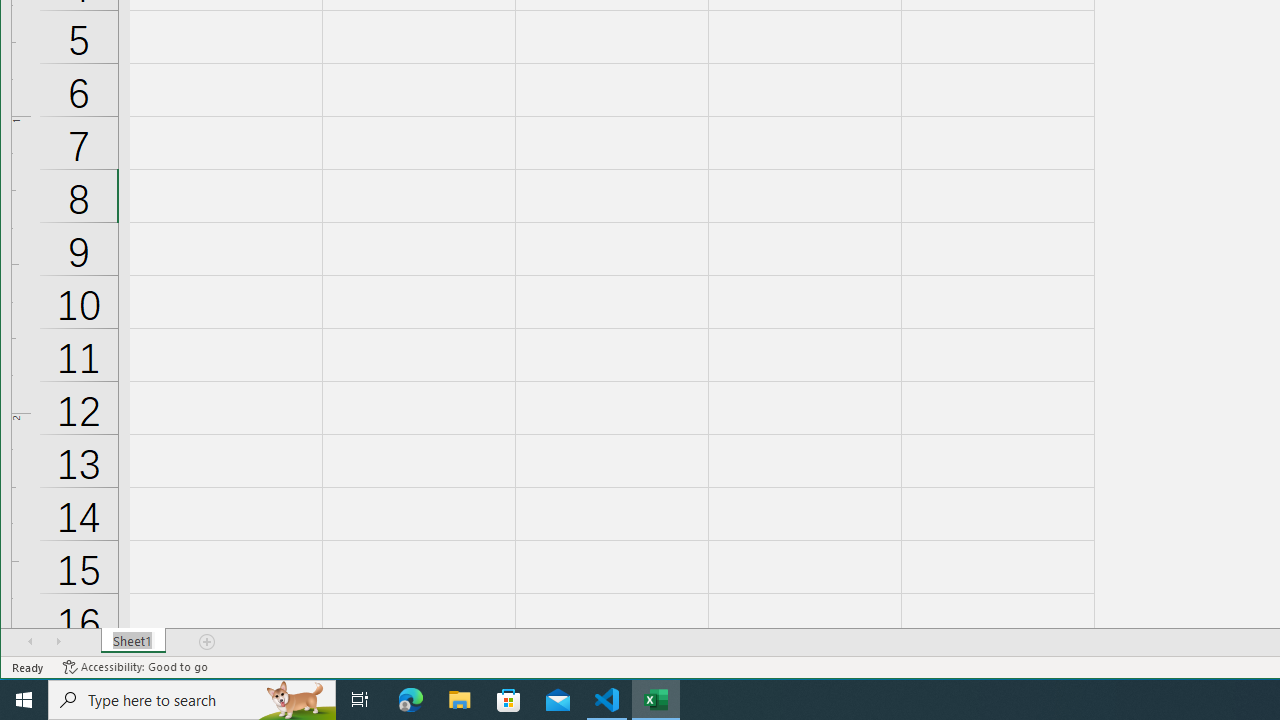 Image resolution: width=1280 pixels, height=720 pixels. Describe the element at coordinates (359, 698) in the screenshot. I see `'Task View'` at that location.